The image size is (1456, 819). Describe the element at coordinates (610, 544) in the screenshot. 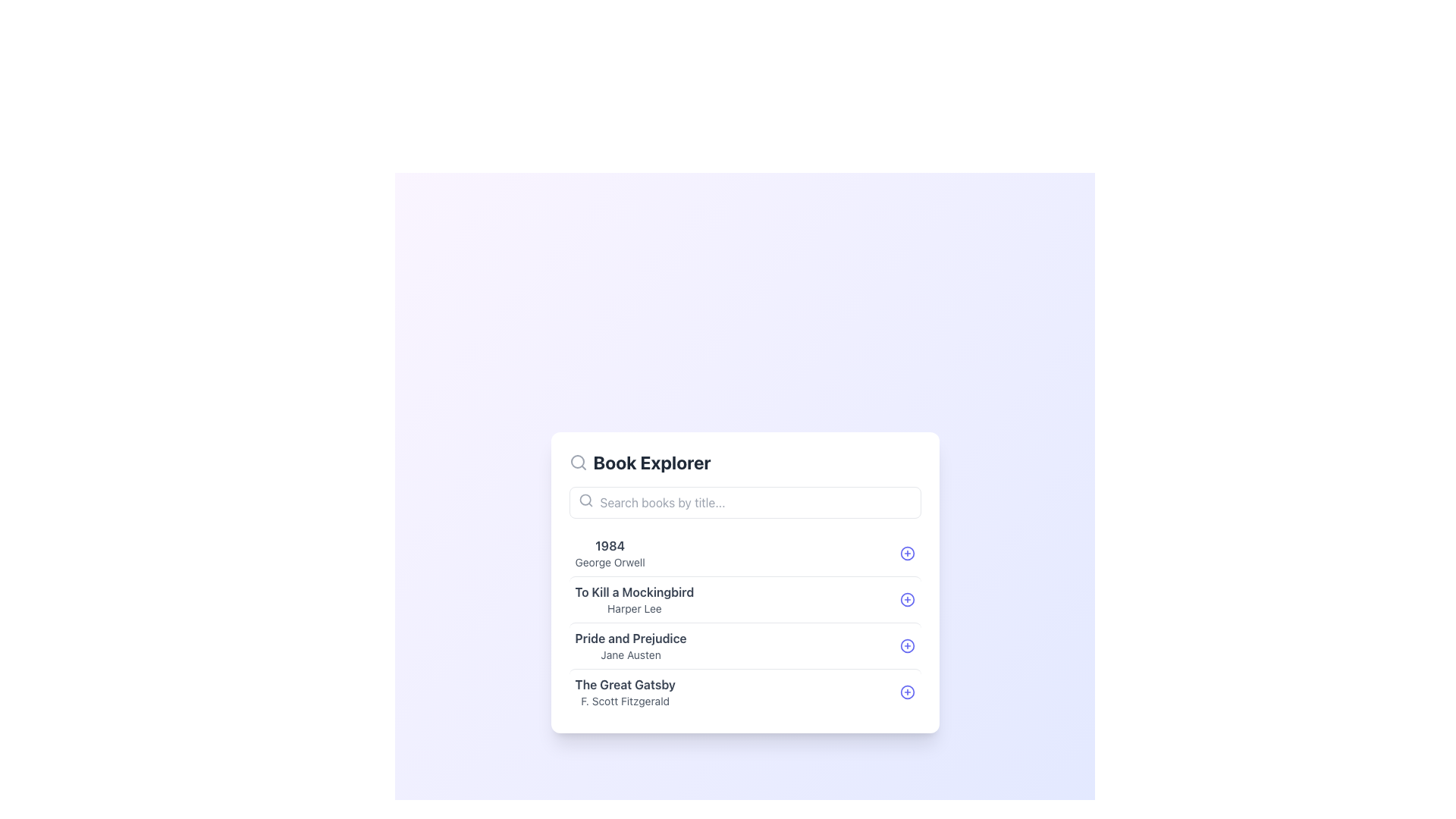

I see `label that identifies the book '1984', which is the title displayed at the top of the book entry in the 'Book Explorer' panel` at that location.